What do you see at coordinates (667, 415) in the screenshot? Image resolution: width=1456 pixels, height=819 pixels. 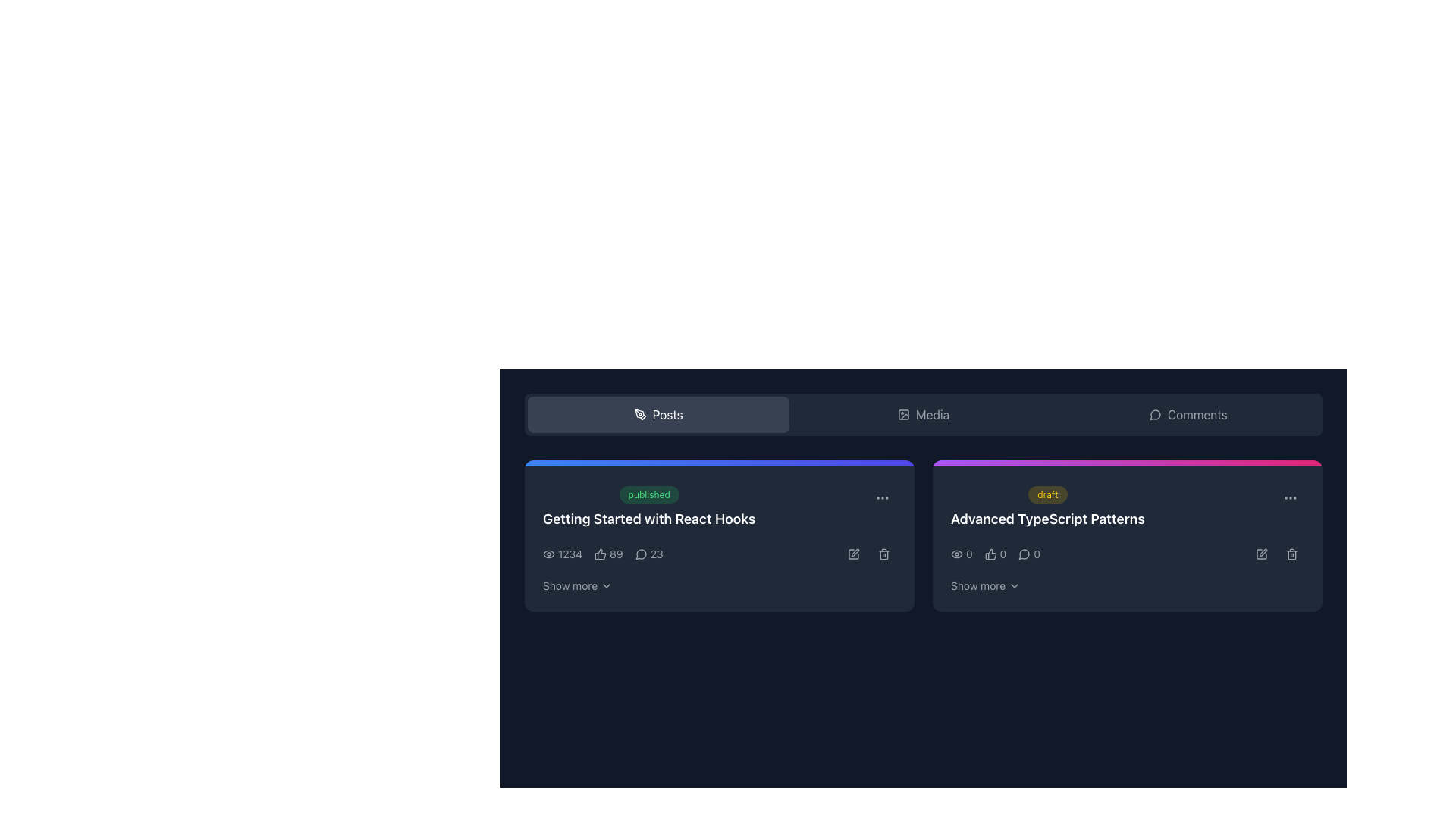 I see `the 'Posts' tab label` at bounding box center [667, 415].